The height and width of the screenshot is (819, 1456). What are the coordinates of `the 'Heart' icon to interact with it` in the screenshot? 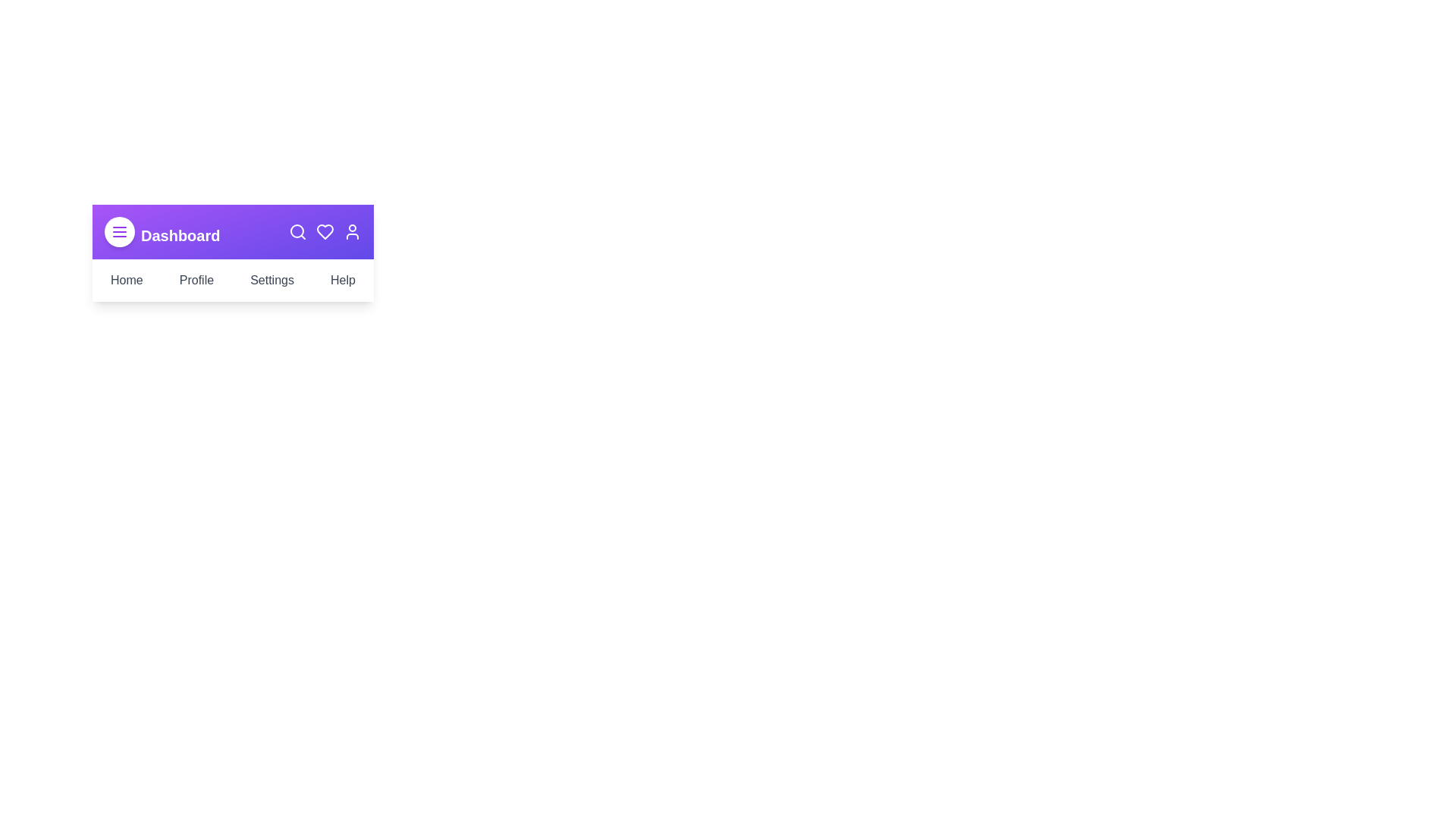 It's located at (324, 231).